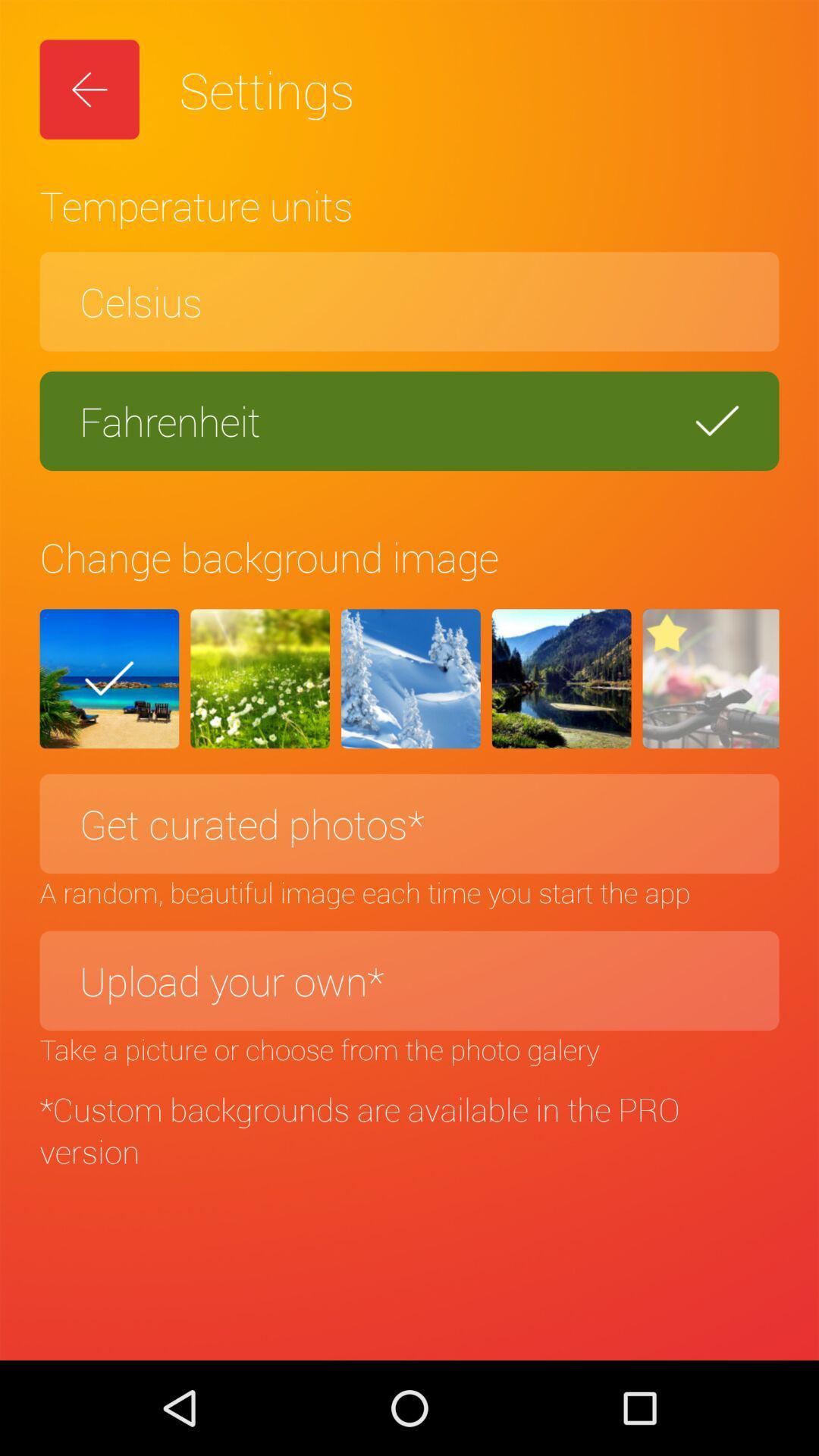  Describe the element at coordinates (409, 421) in the screenshot. I see `fahrenheit item` at that location.